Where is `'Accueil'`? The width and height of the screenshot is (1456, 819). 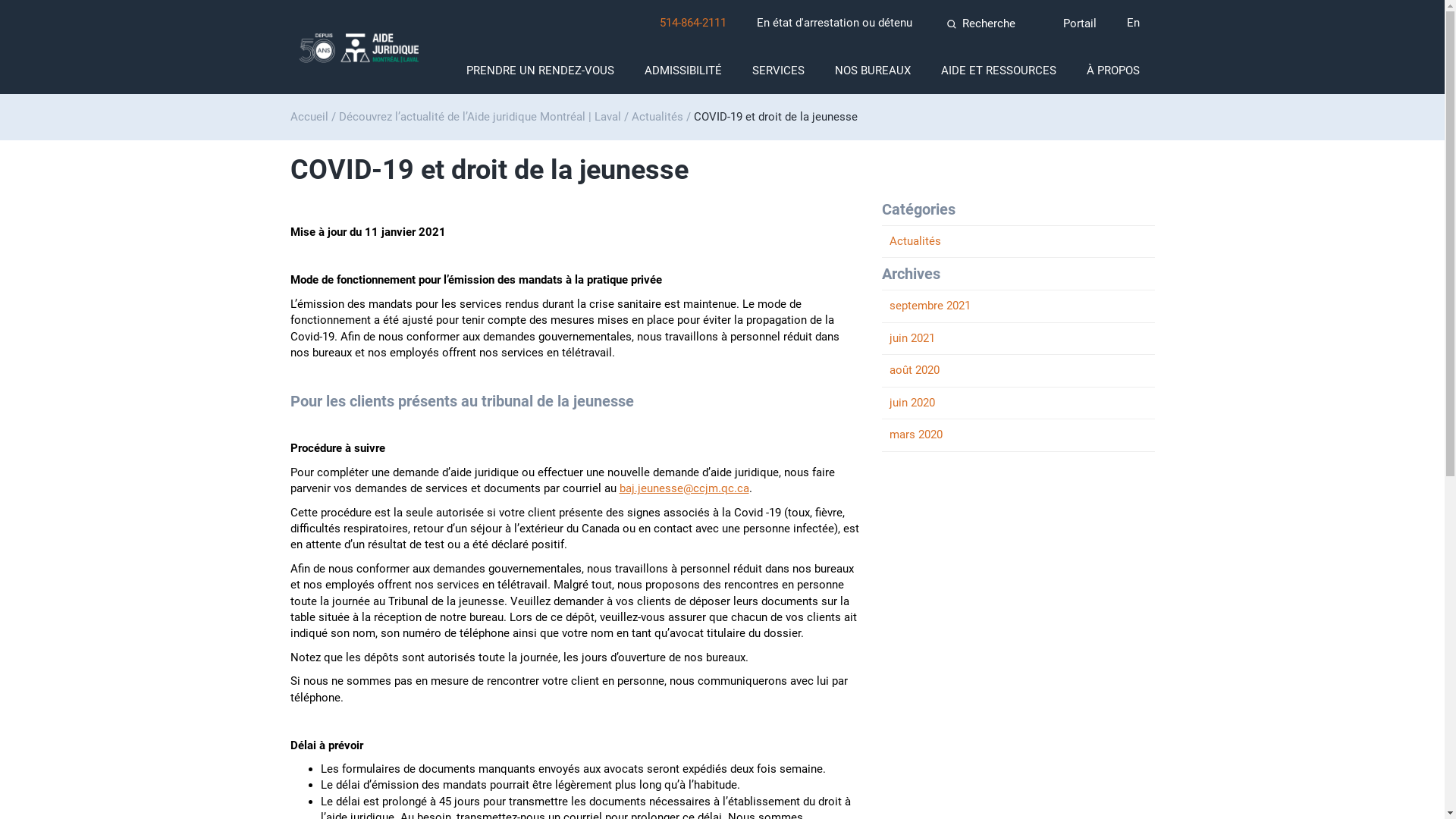
'Accueil' is located at coordinates (308, 116).